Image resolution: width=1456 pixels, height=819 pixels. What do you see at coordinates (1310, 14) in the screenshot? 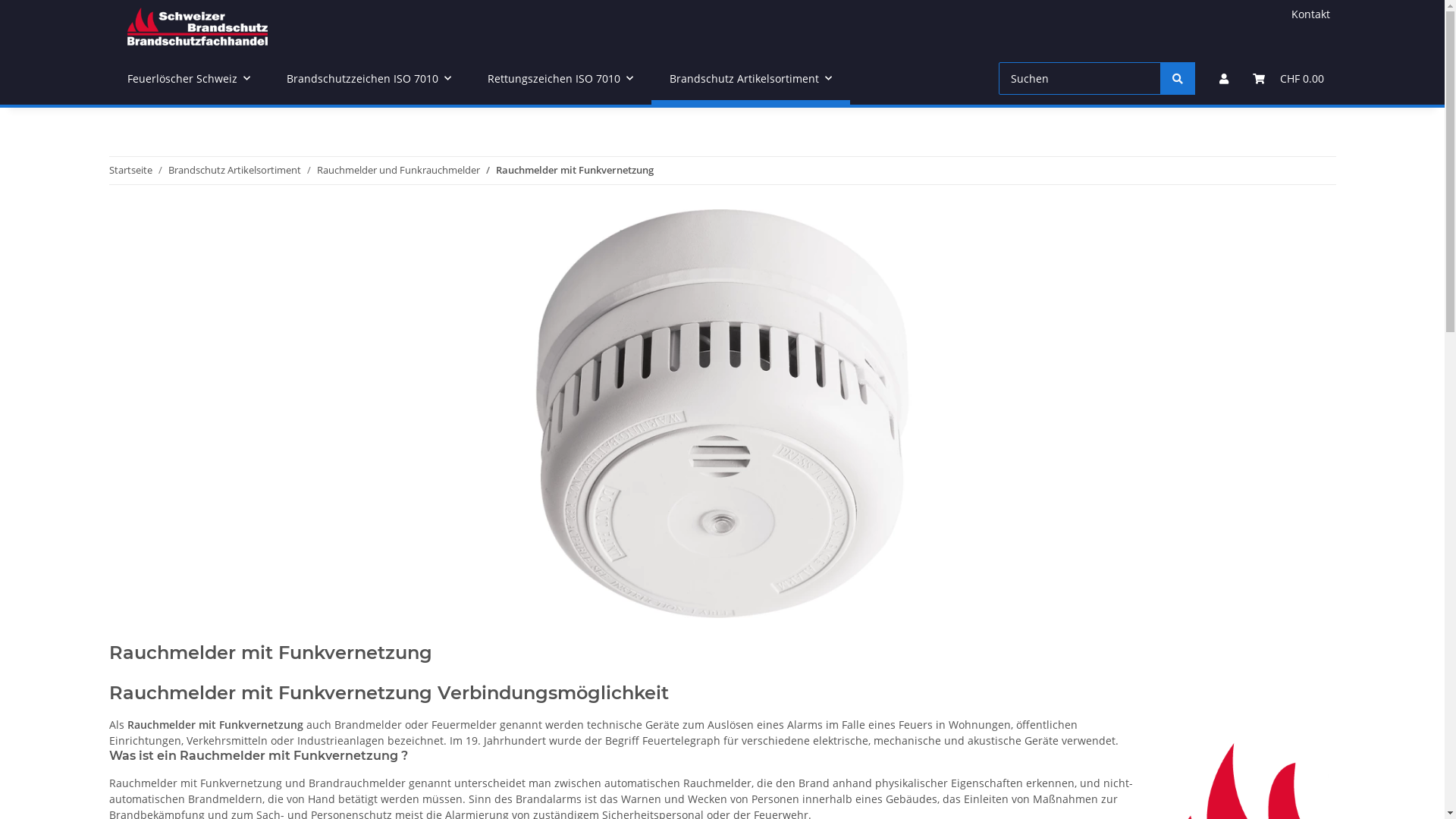
I see `'Kontakt'` at bounding box center [1310, 14].